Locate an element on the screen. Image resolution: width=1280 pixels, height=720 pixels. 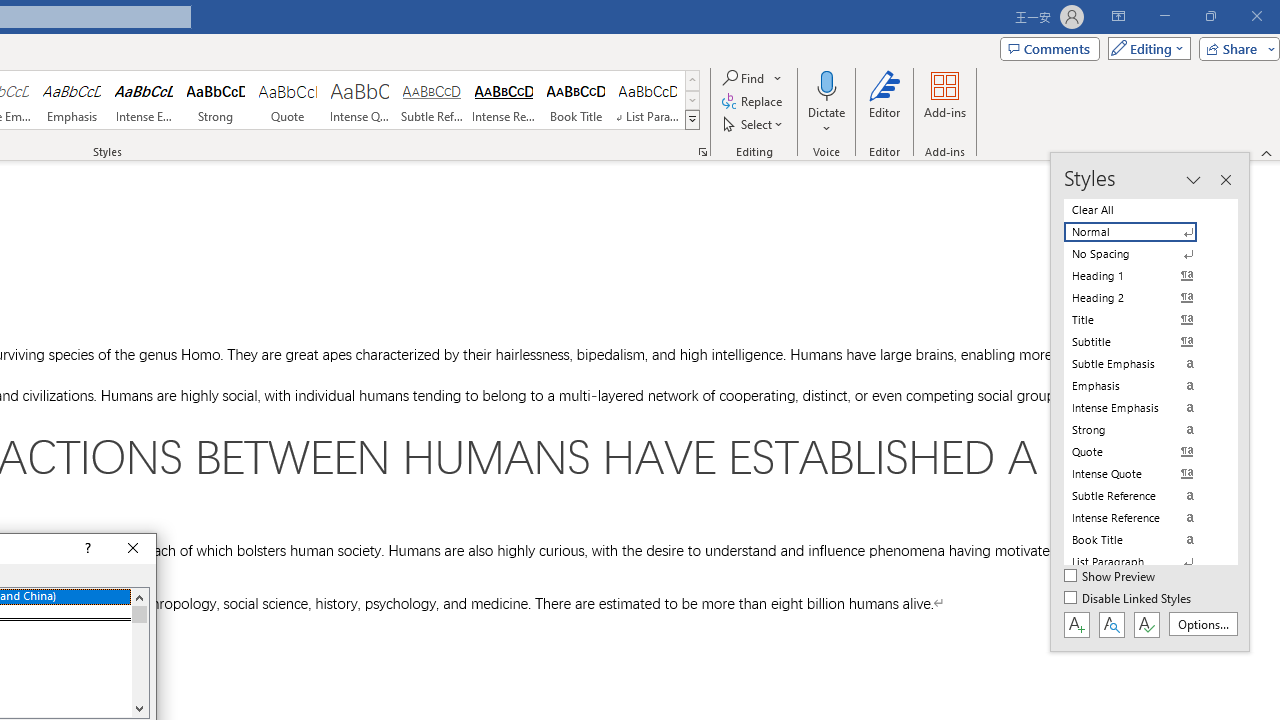
'Page down' is located at coordinates (138, 661).